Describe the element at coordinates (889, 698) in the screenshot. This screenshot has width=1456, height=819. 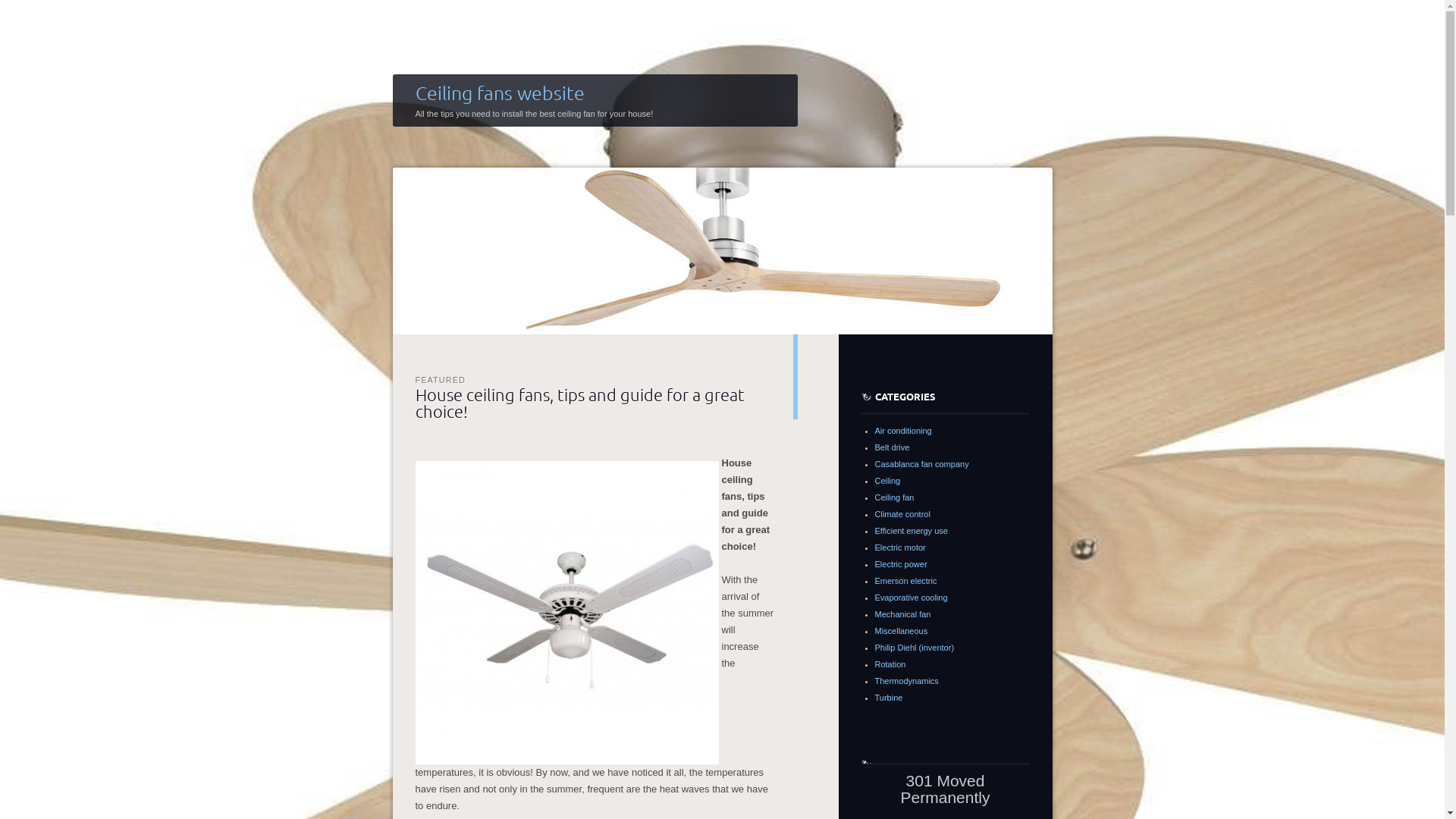
I see `'Turbine'` at that location.